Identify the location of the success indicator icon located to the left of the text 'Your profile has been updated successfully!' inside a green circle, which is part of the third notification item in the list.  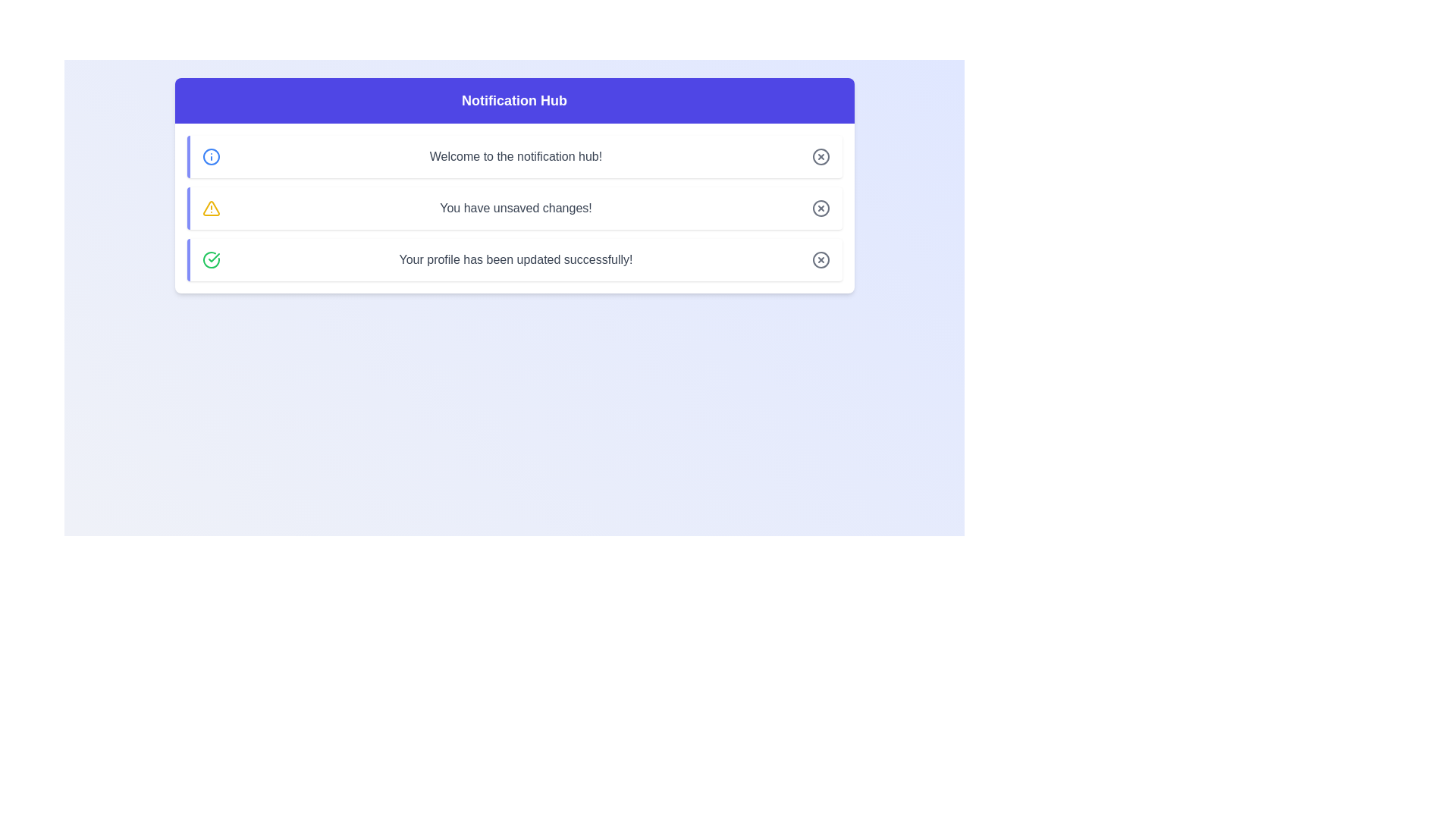
(213, 256).